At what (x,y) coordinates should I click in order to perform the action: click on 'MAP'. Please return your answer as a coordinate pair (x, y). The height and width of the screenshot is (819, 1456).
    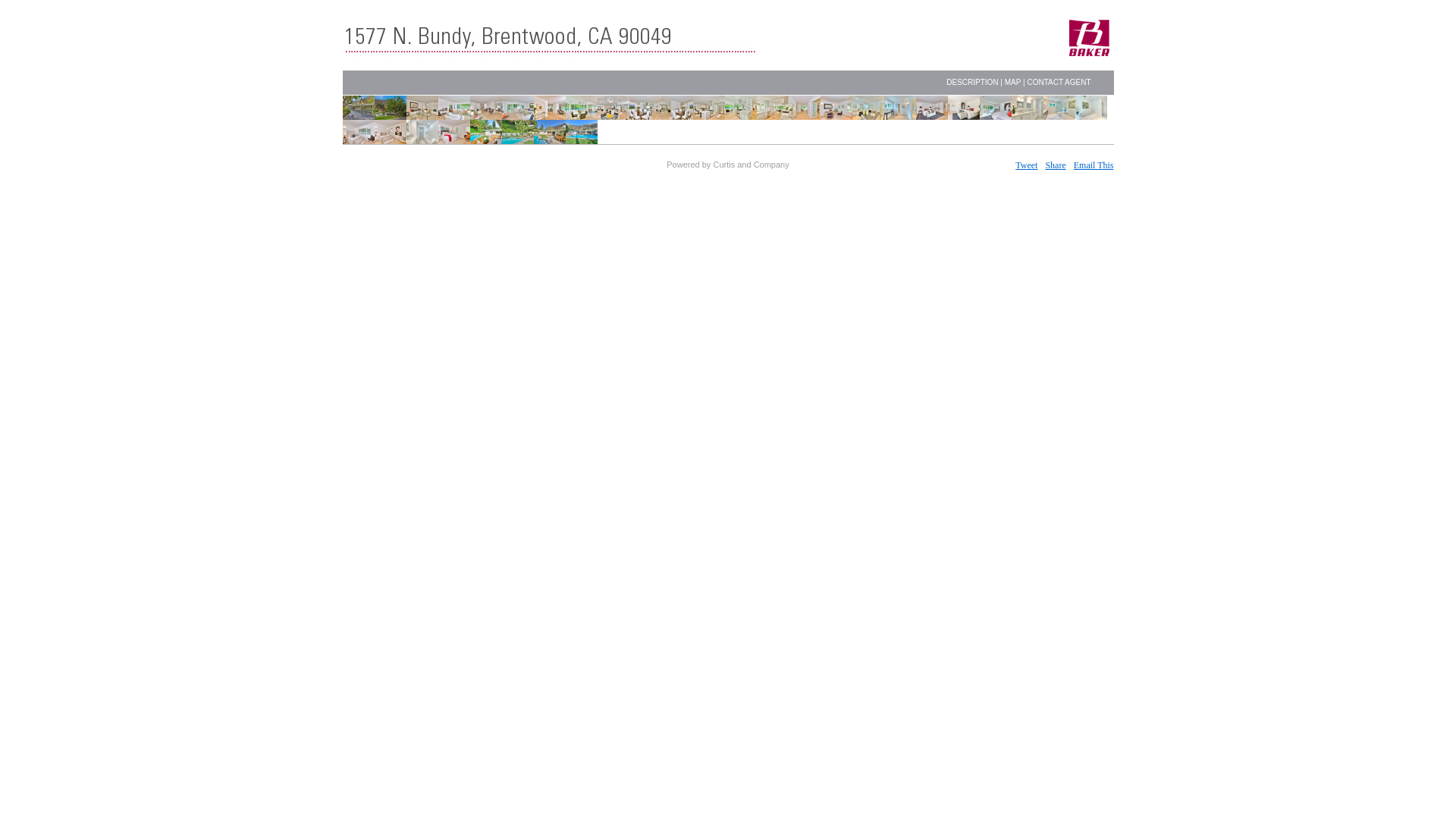
    Looking at the image, I should click on (1004, 82).